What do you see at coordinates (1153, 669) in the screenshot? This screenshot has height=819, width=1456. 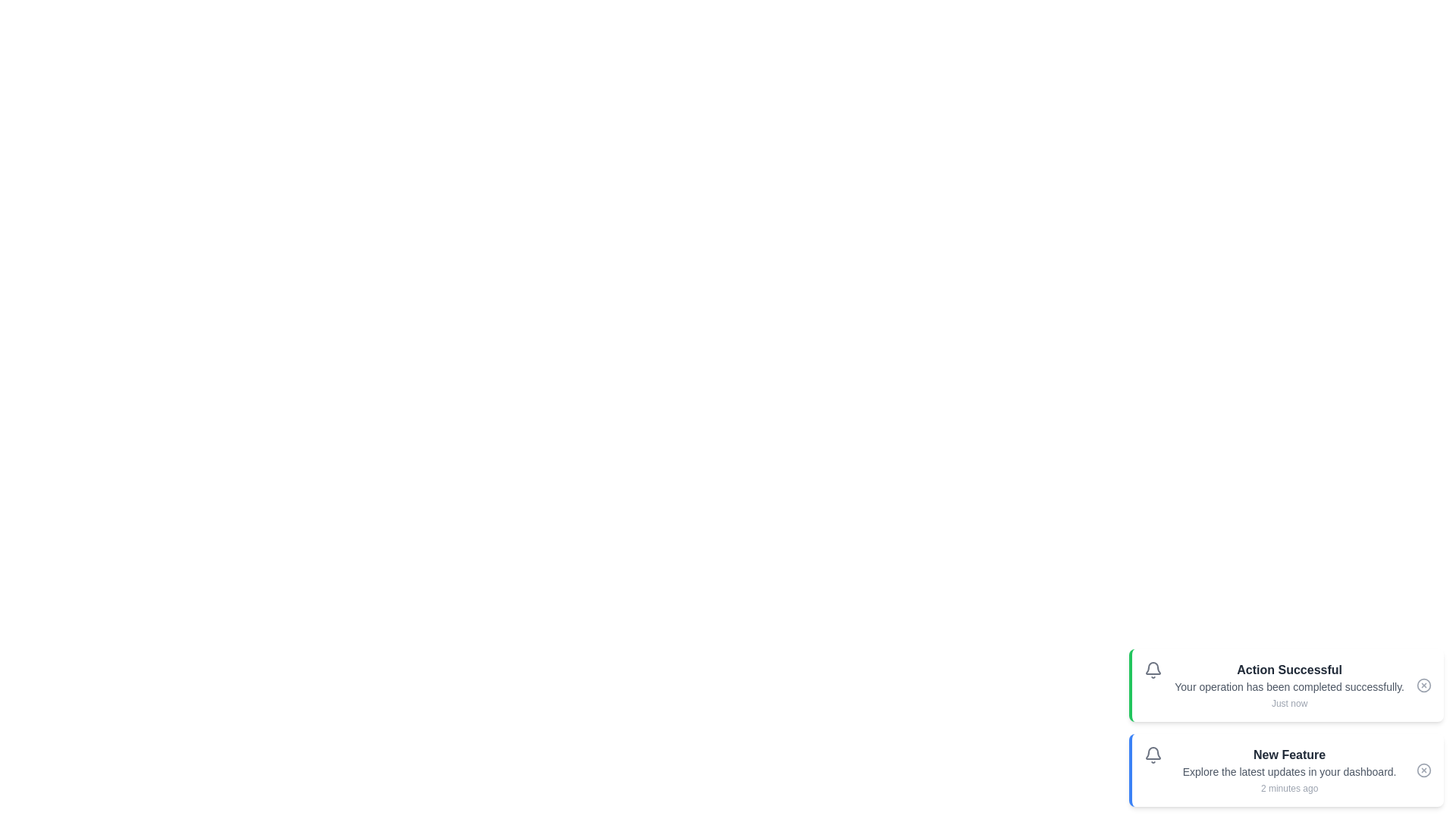 I see `the bell icon located on the leftmost side of the 'Action Successful' notification panel, which signifies an alert or event` at bounding box center [1153, 669].